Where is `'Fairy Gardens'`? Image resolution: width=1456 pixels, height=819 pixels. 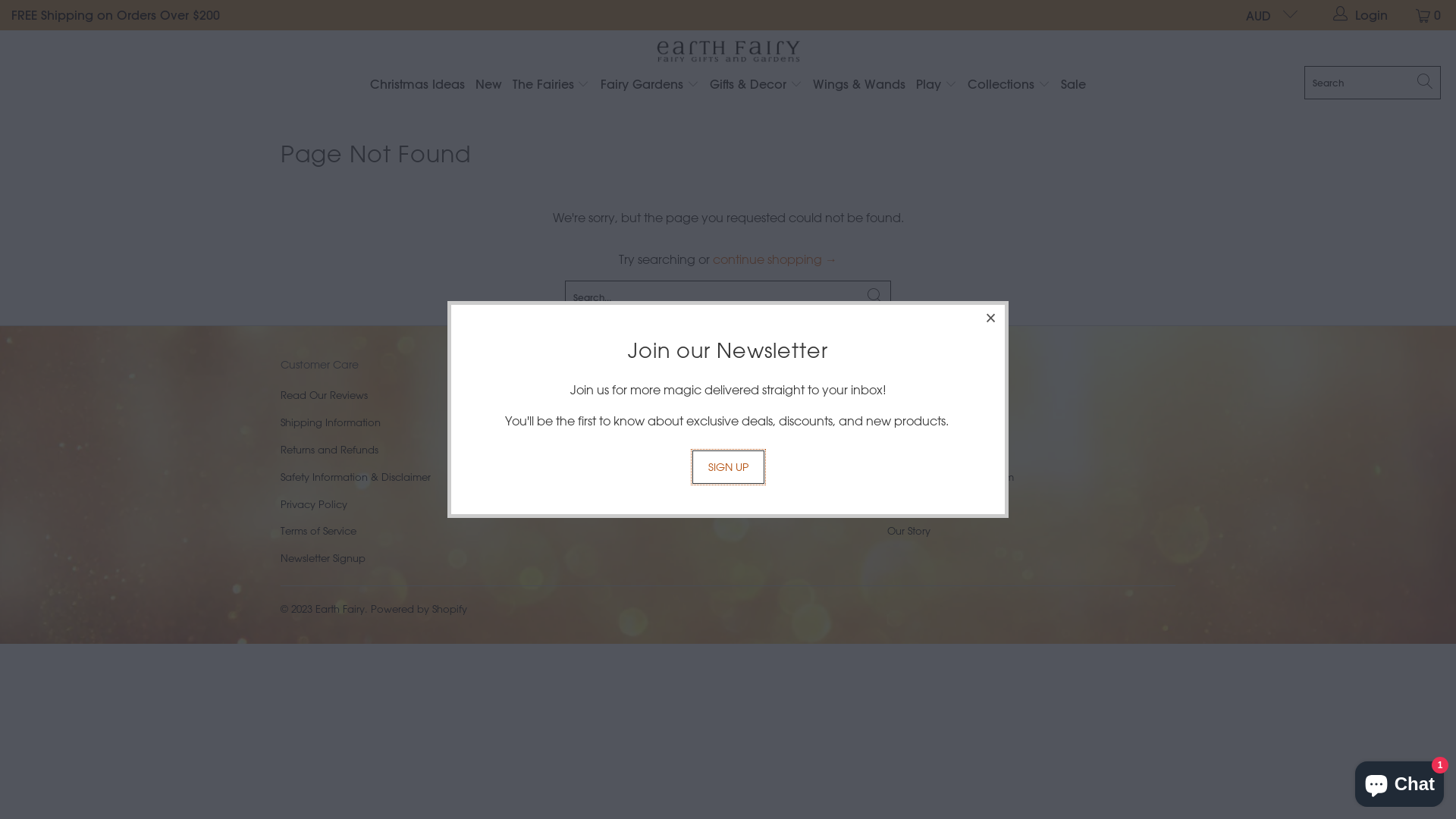
'Fairy Gardens' is located at coordinates (650, 85).